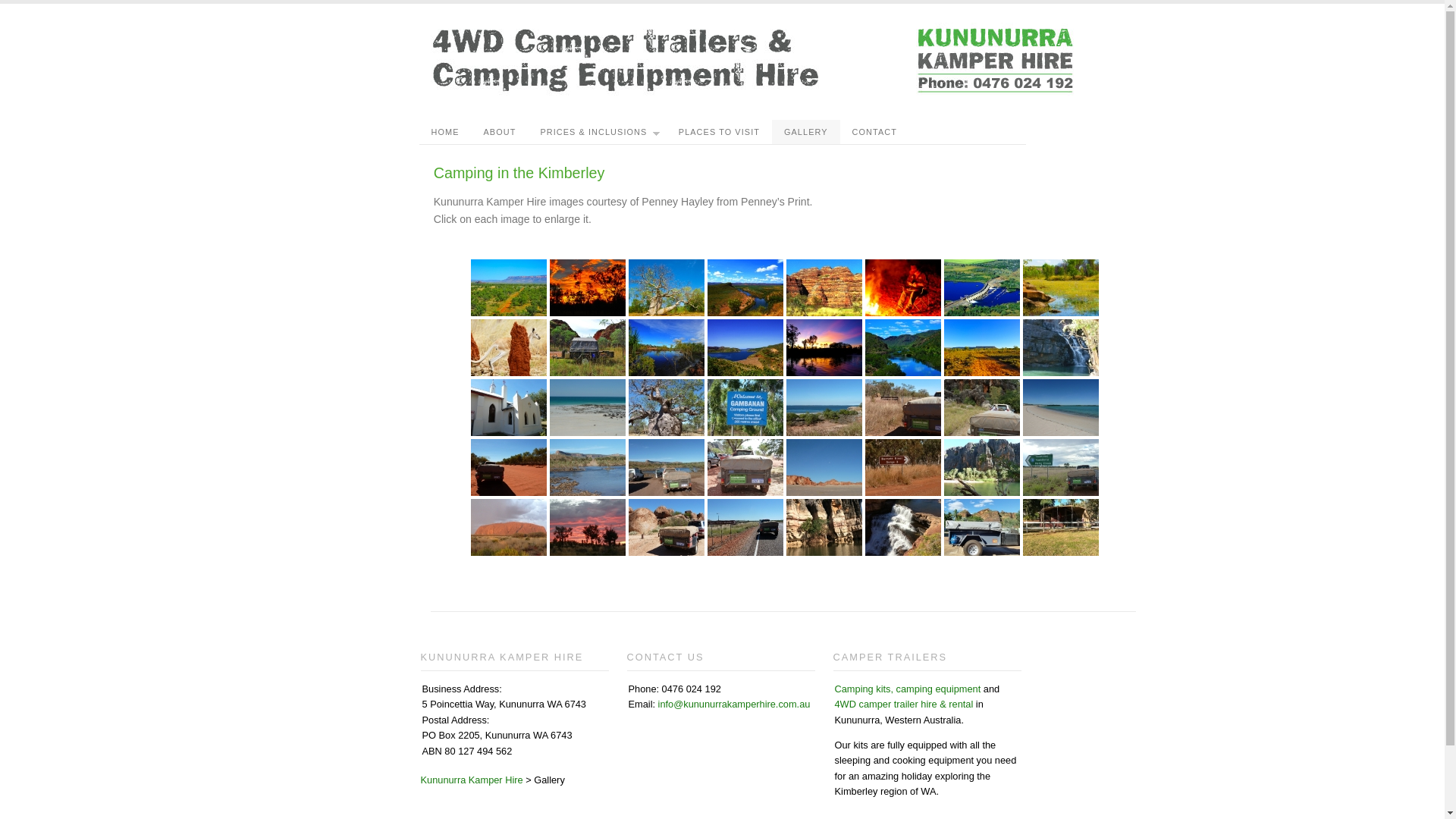 The width and height of the screenshot is (1456, 819). What do you see at coordinates (499, 130) in the screenshot?
I see `'ABOUT'` at bounding box center [499, 130].